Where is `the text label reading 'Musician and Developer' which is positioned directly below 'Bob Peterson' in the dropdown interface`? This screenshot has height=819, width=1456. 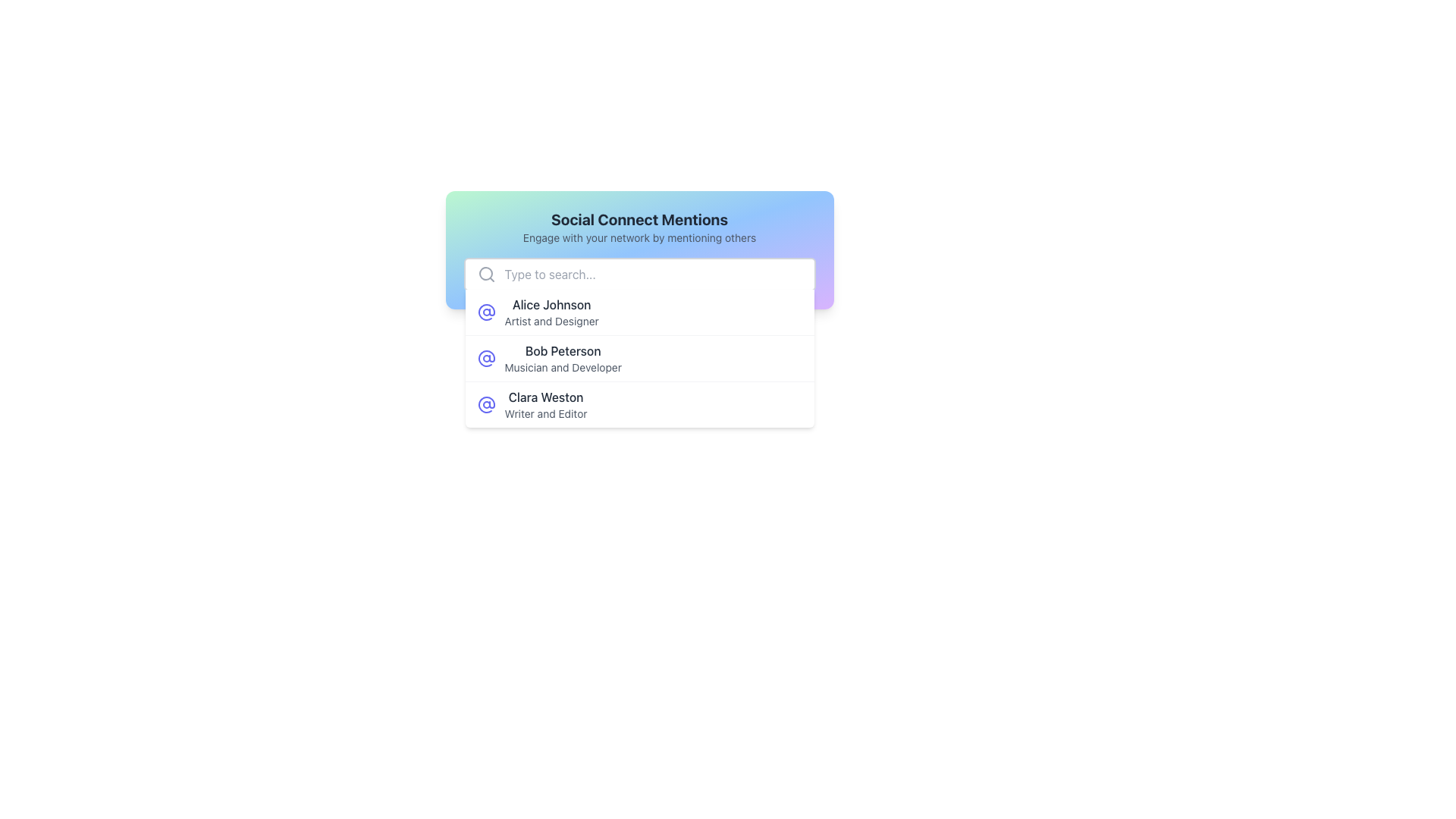
the text label reading 'Musician and Developer' which is positioned directly below 'Bob Peterson' in the dropdown interface is located at coordinates (562, 368).